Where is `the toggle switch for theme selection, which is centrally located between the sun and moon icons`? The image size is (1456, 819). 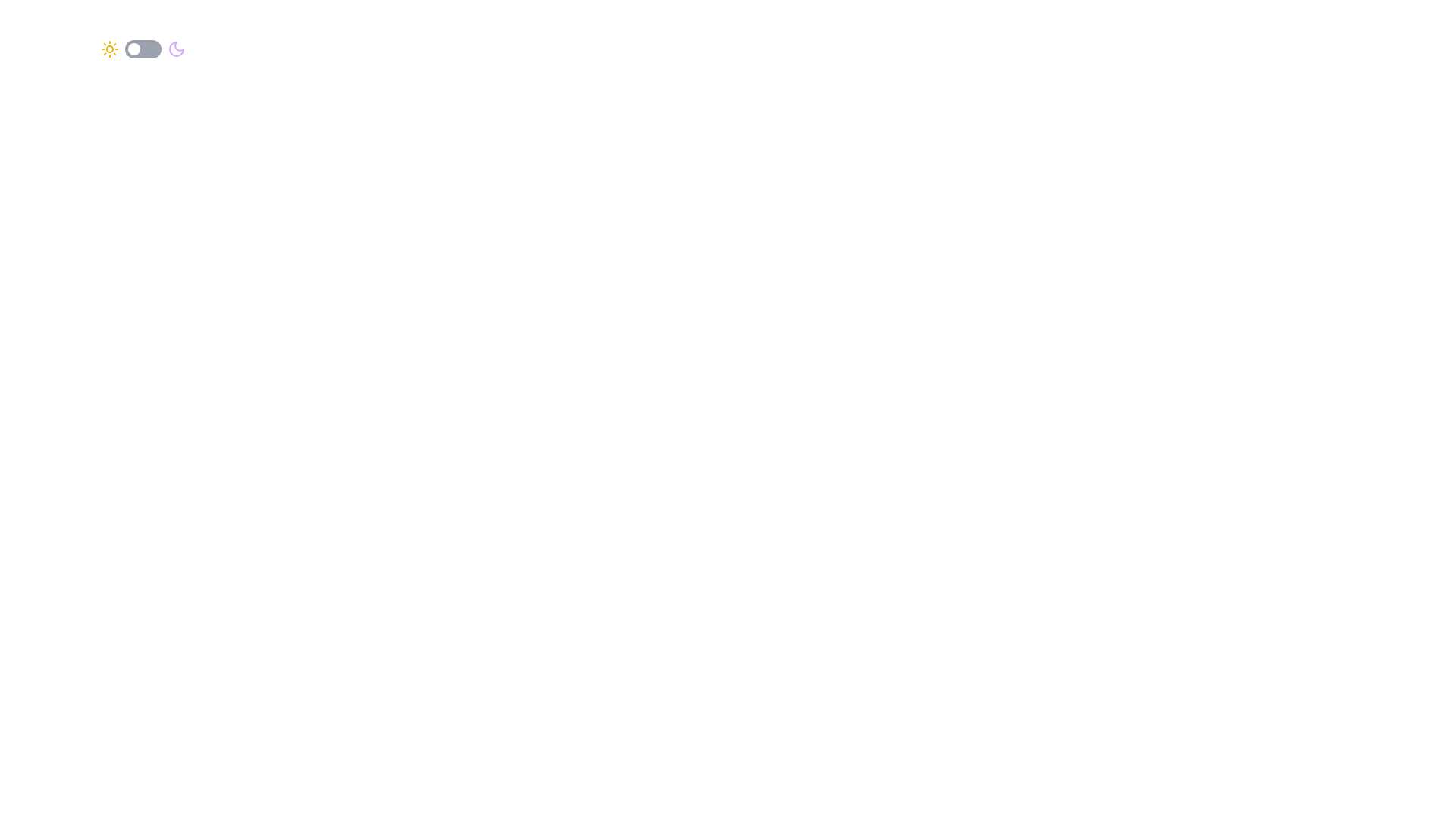 the toggle switch for theme selection, which is centrally located between the sun and moon icons is located at coordinates (143, 49).